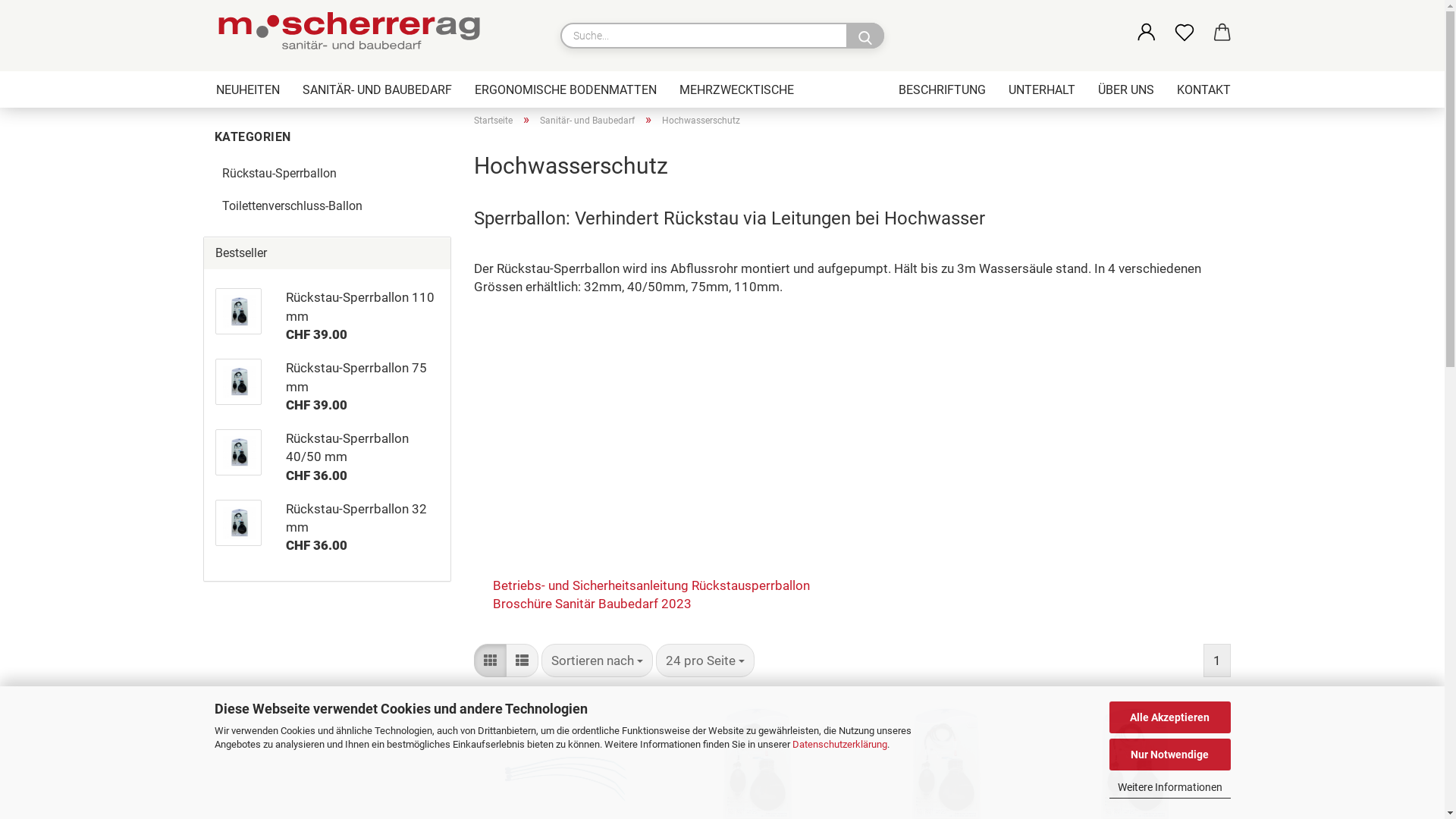  I want to click on 'BESCHRIFTUNG', so click(941, 89).